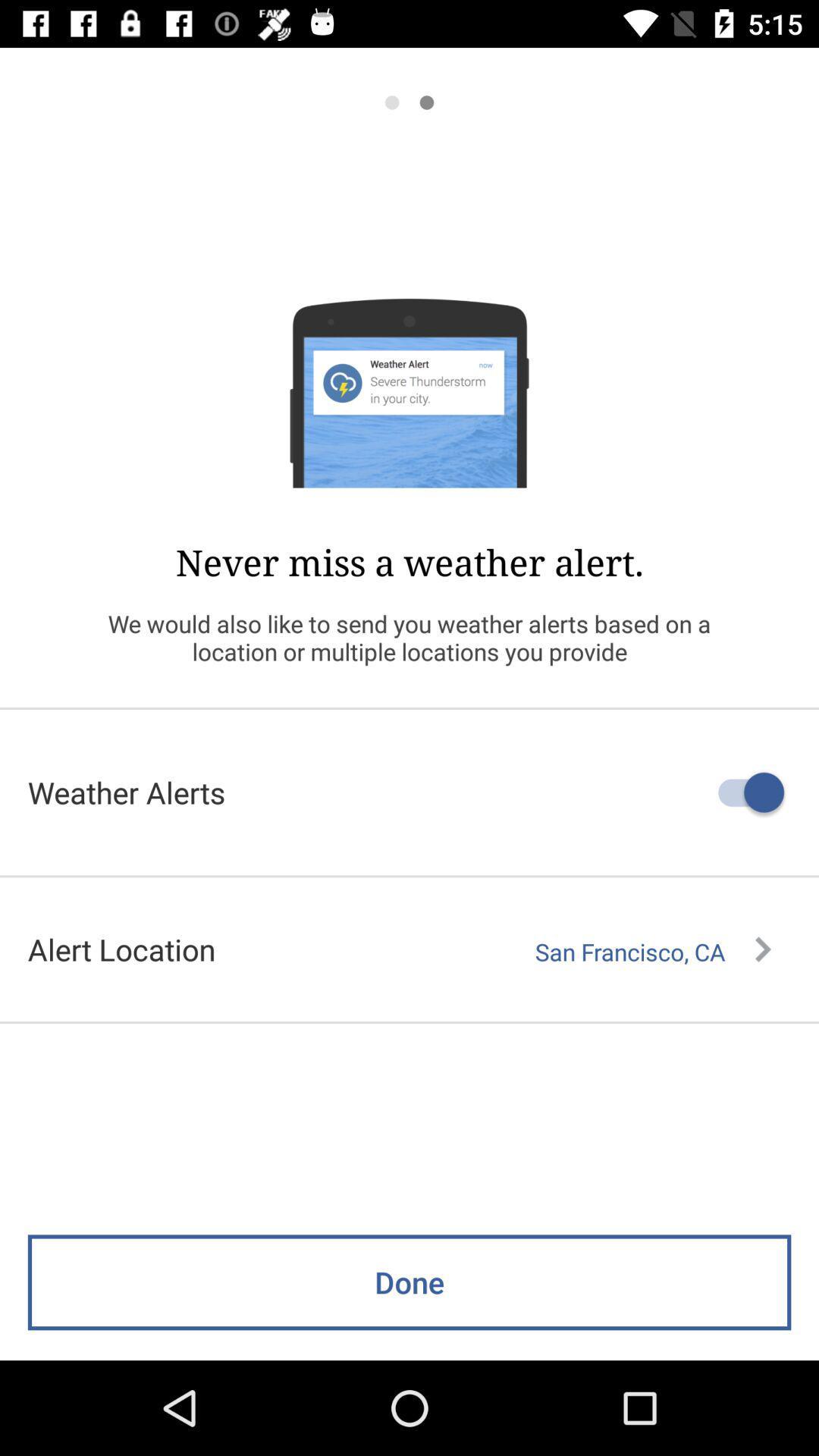 This screenshot has width=819, height=1456. I want to click on the icon next to alert location, so click(652, 951).